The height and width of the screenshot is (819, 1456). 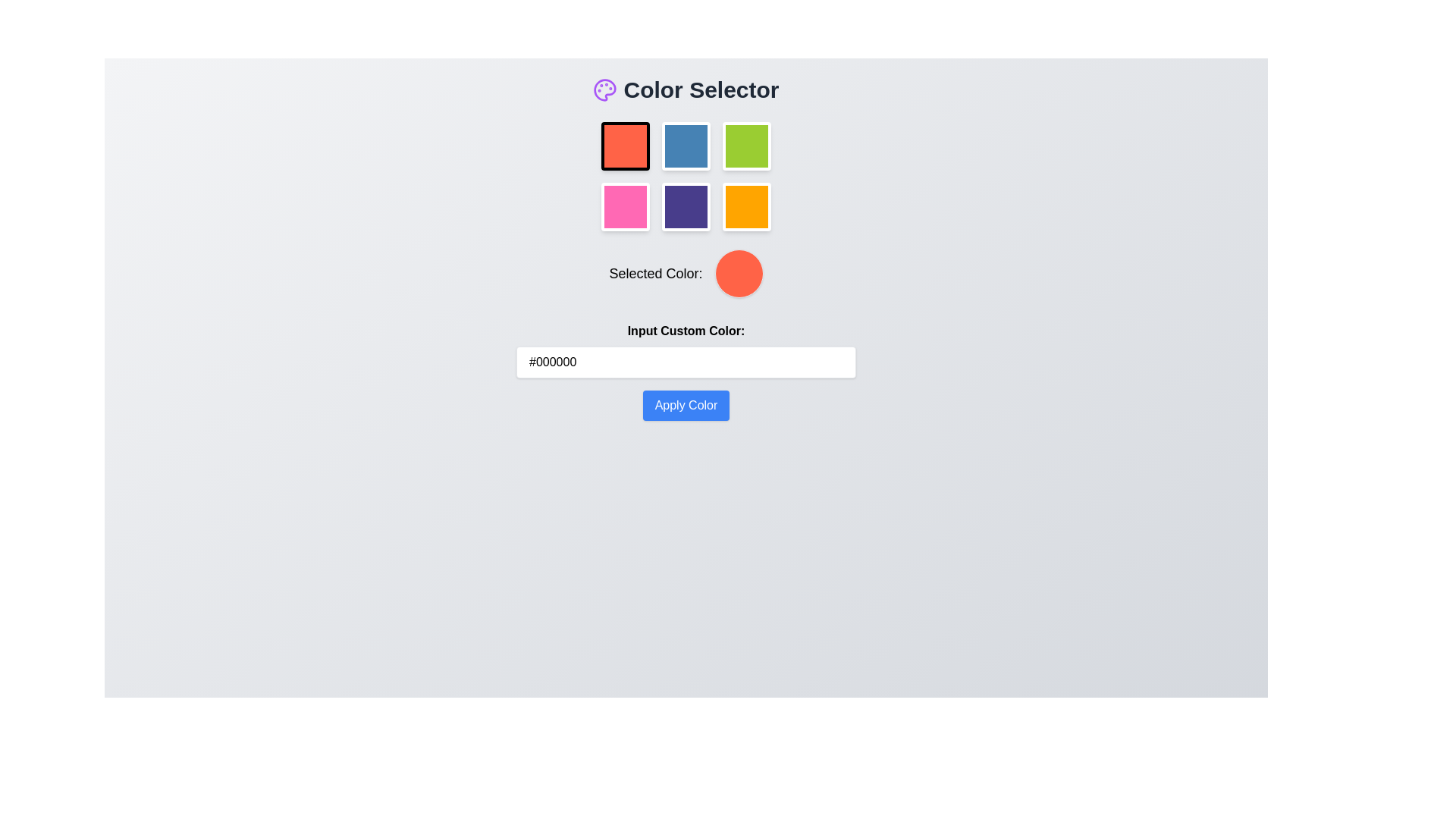 What do you see at coordinates (746, 146) in the screenshot?
I see `the bright green square button with rounded edges and a white border located in the first row and third column of the button grid` at bounding box center [746, 146].